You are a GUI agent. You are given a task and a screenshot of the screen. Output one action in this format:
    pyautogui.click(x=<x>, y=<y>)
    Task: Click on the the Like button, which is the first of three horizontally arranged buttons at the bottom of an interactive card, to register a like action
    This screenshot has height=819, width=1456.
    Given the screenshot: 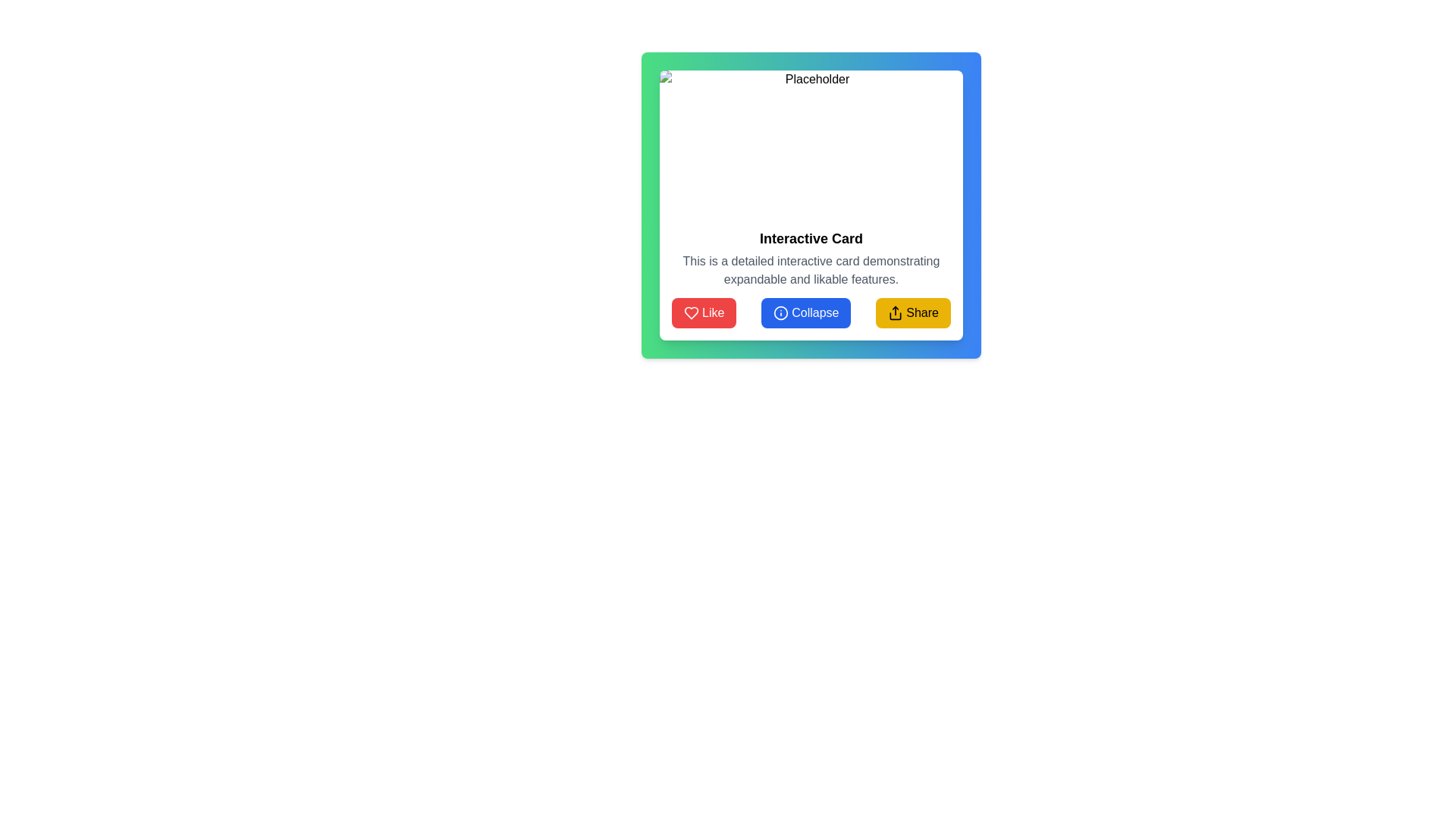 What is the action you would take?
    pyautogui.click(x=702, y=312)
    